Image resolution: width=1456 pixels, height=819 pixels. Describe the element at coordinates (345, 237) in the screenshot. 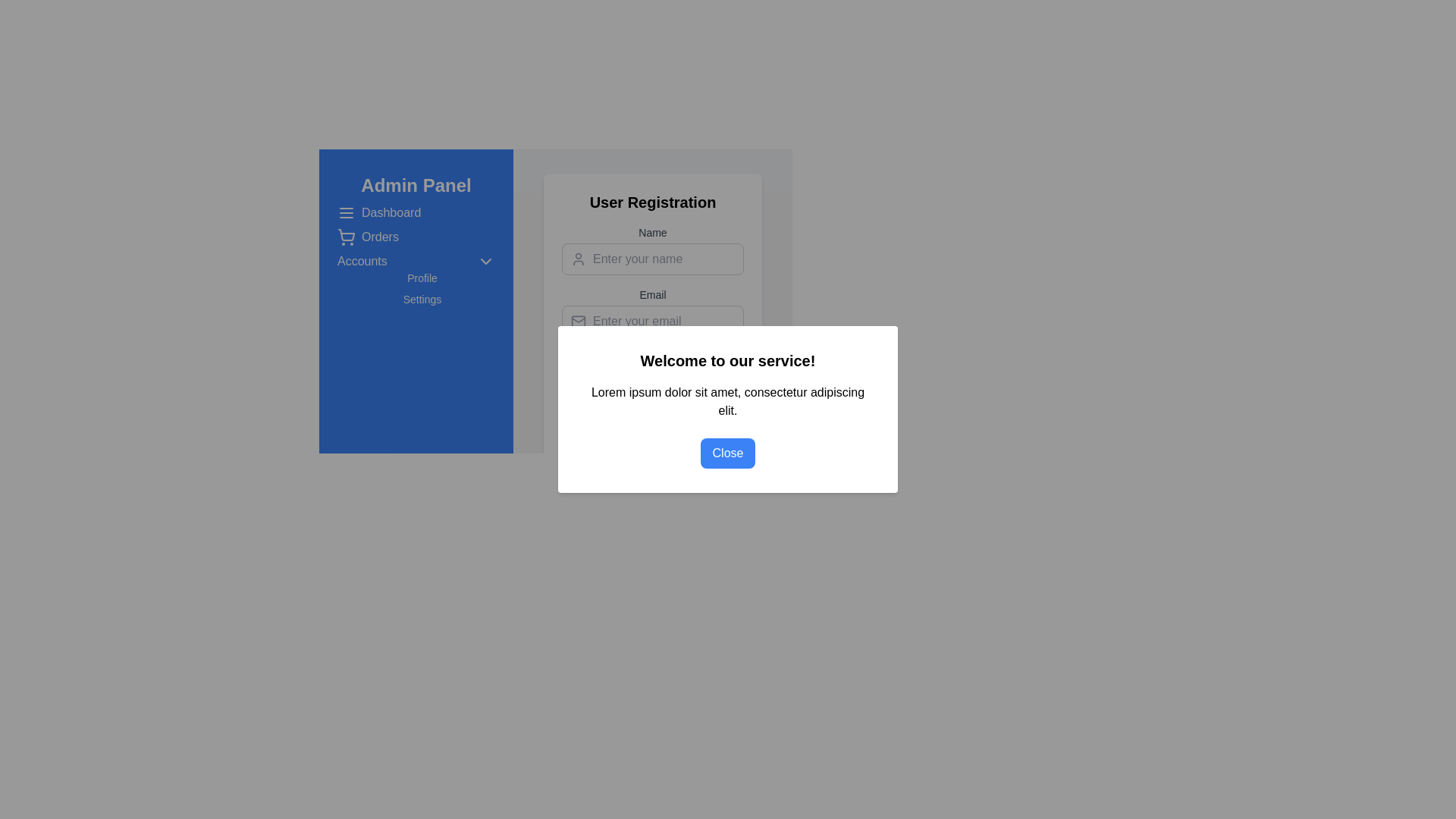

I see `the shopping cart icon with a thin, rounded outline located in the sidebar menu, to the left of the 'Orders' text` at that location.